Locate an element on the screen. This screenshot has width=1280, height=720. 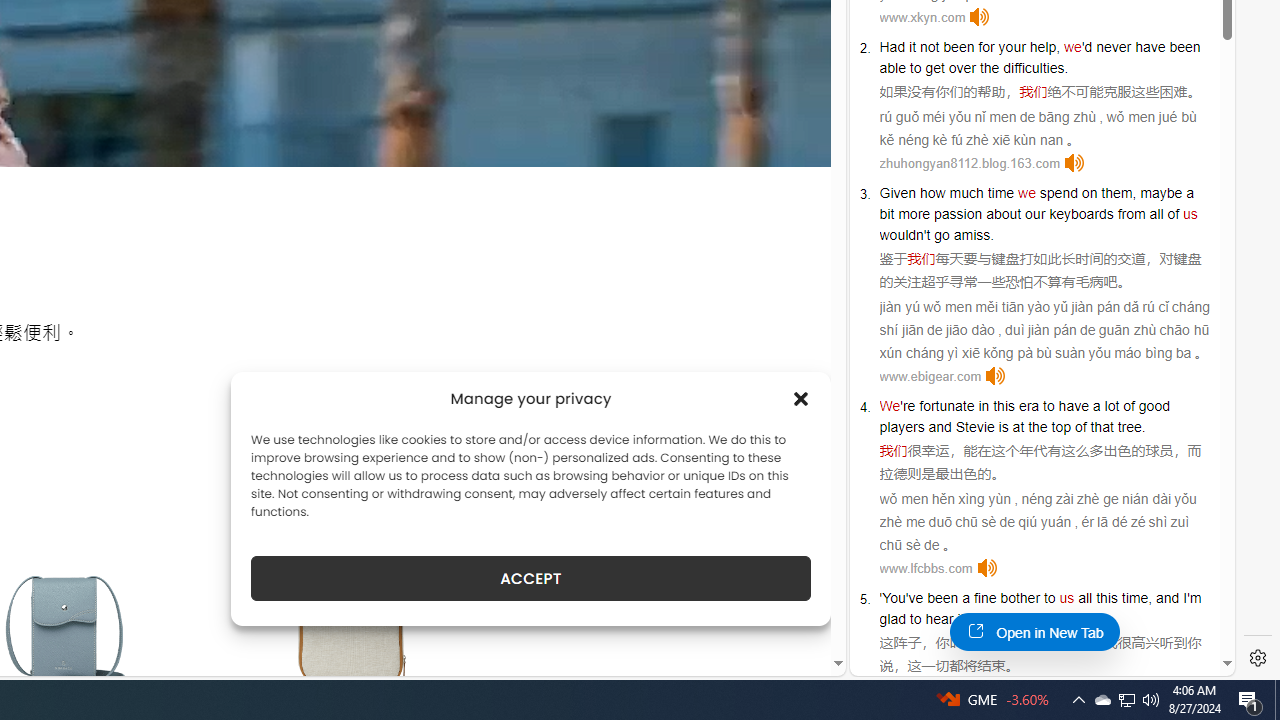
'top' is located at coordinates (1060, 425).